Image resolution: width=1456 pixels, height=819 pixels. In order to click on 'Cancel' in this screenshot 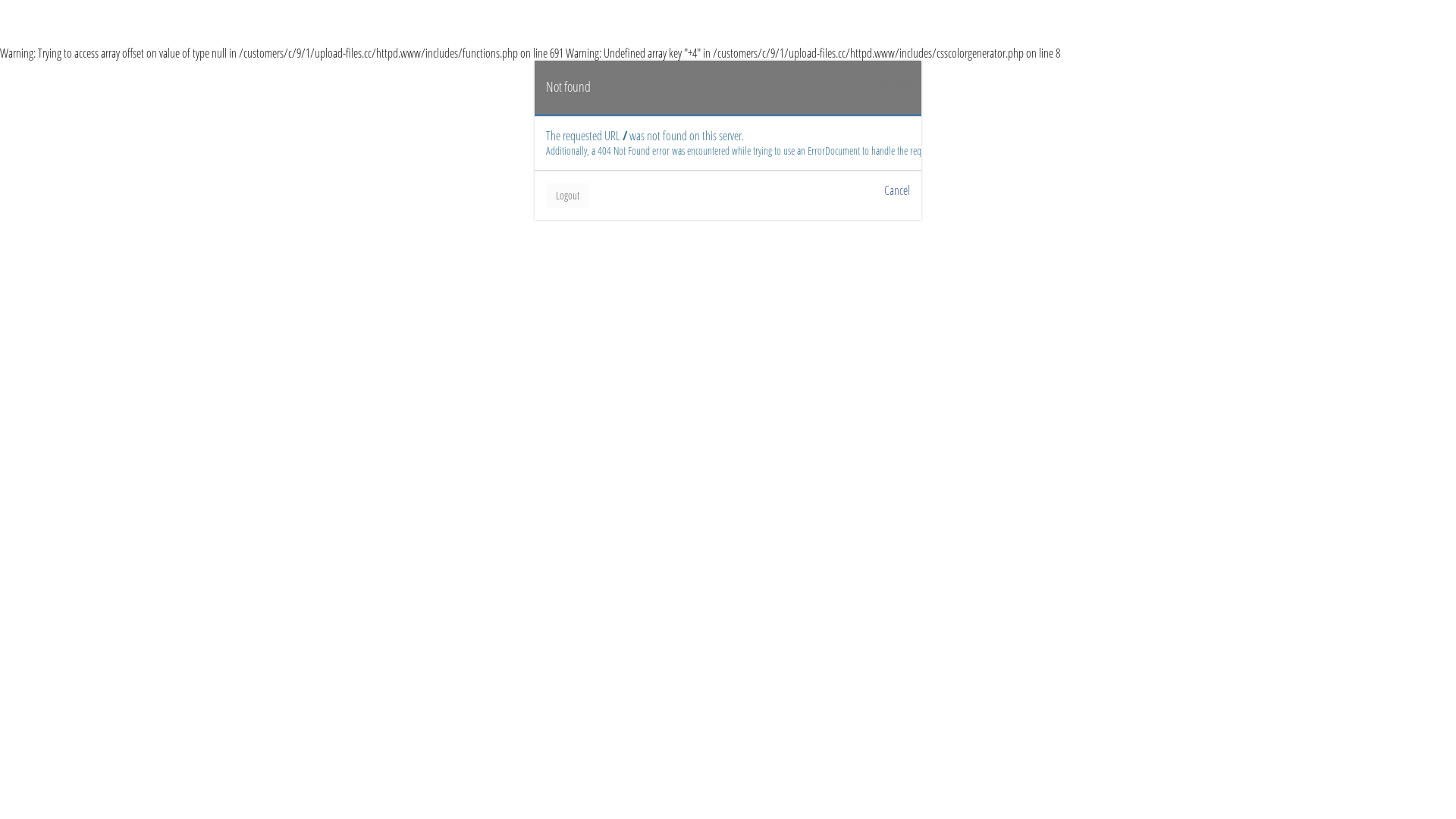, I will do `click(896, 189)`.